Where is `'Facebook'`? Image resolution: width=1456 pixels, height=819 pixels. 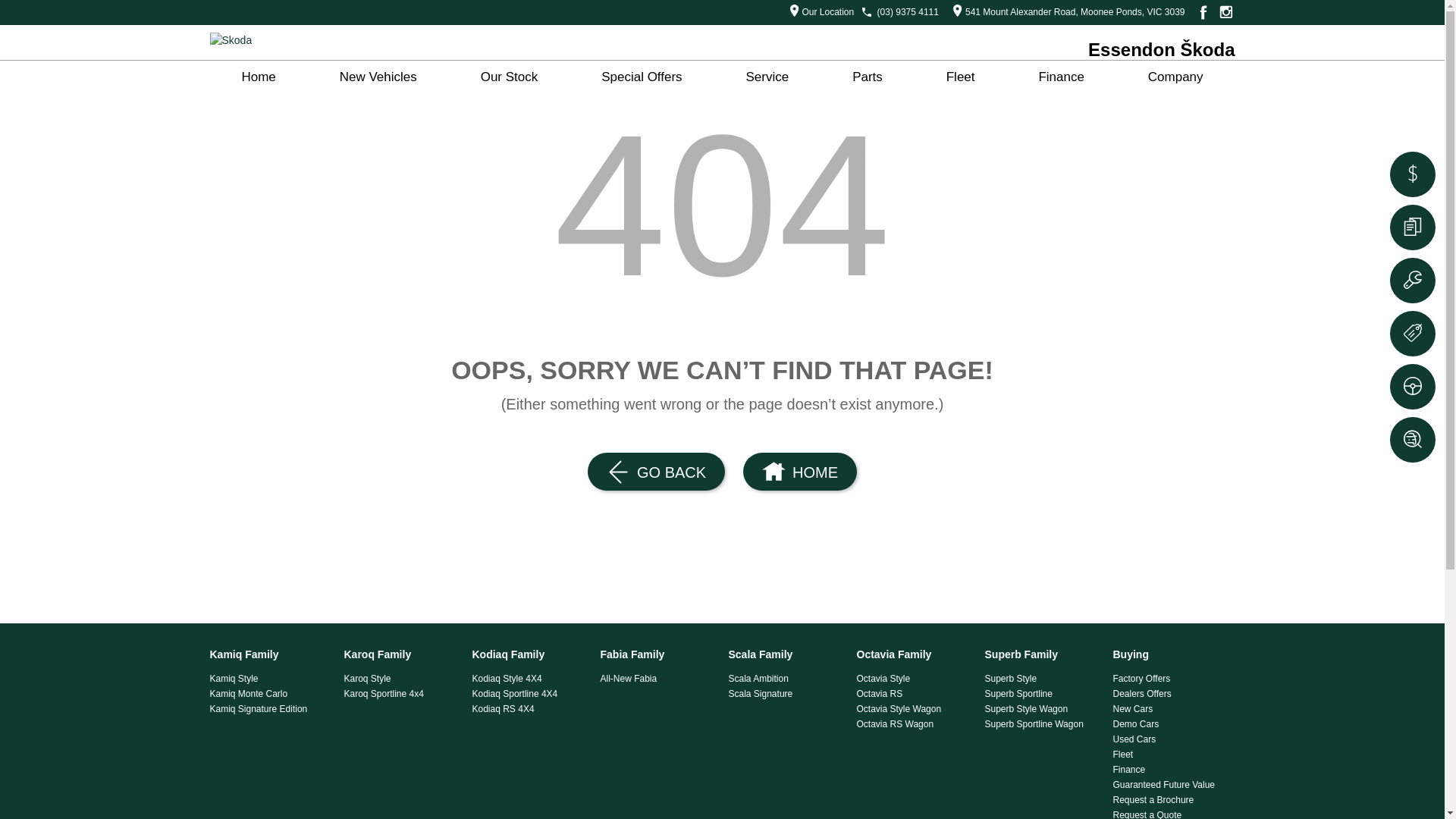 'Facebook' is located at coordinates (1200, 11).